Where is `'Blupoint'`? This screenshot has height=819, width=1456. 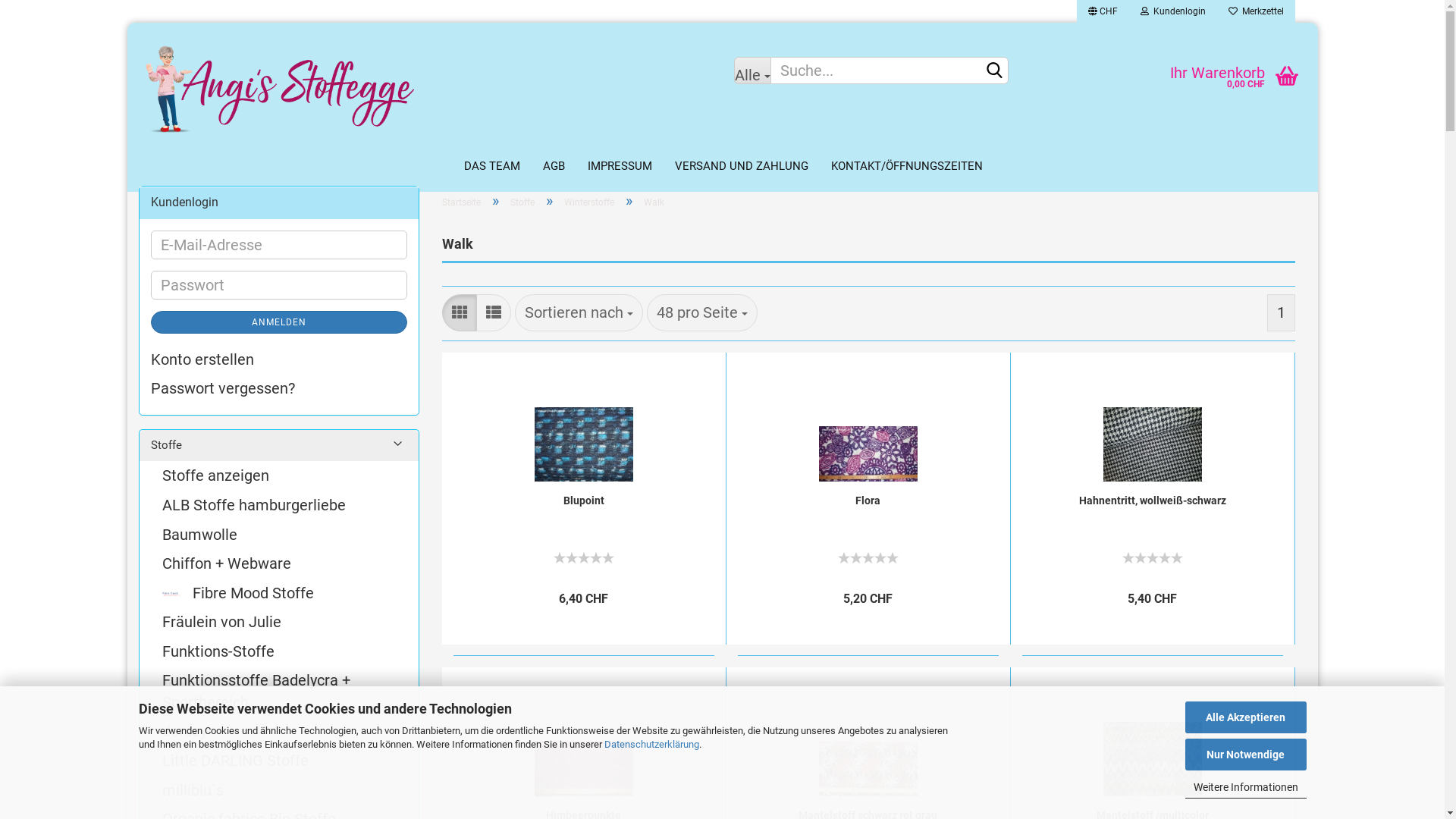 'Blupoint' is located at coordinates (582, 428).